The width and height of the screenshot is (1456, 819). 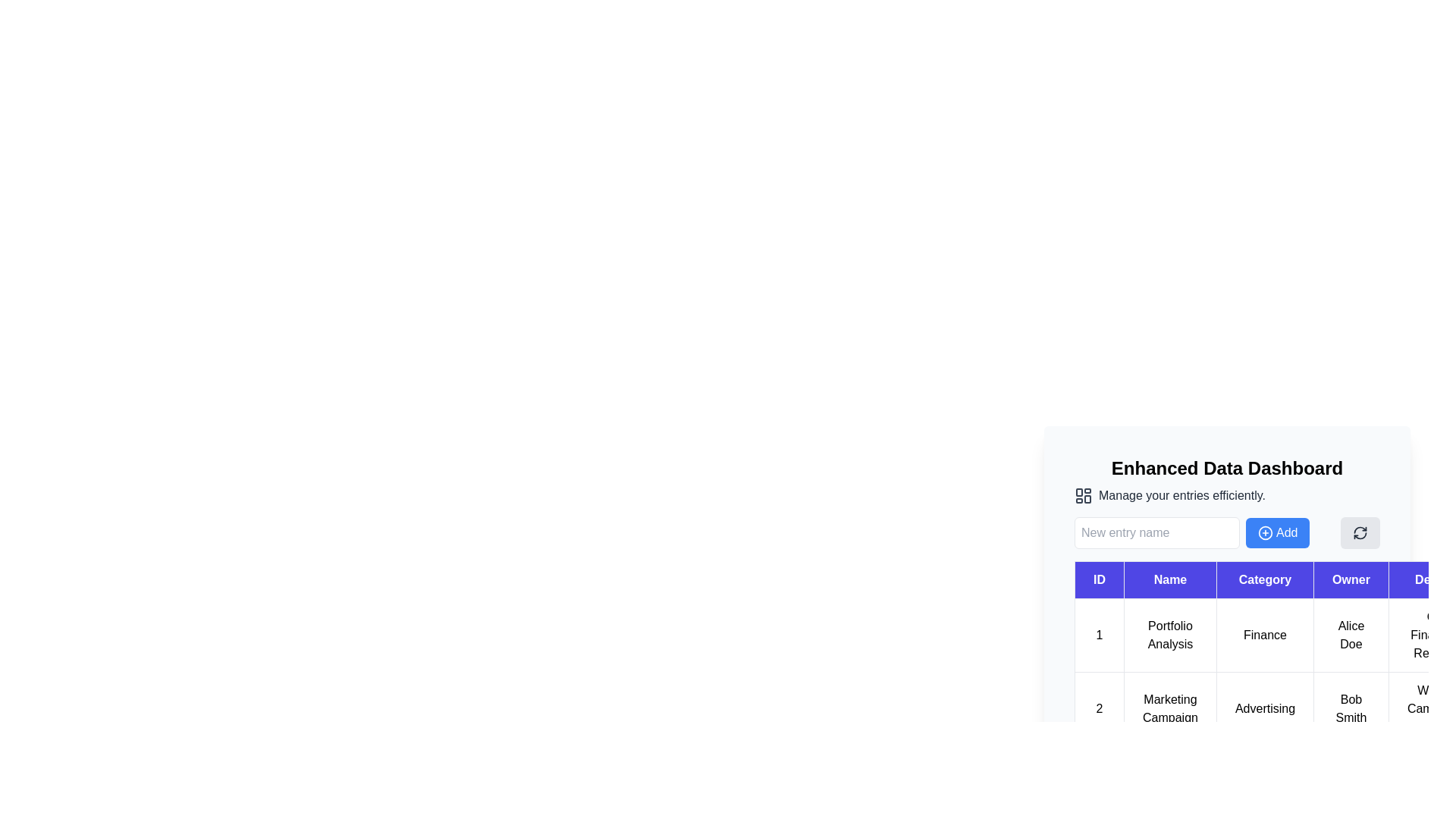 What do you see at coordinates (1169, 708) in the screenshot?
I see `the table cell displaying 'Marketing Campaign', which is the second cell` at bounding box center [1169, 708].